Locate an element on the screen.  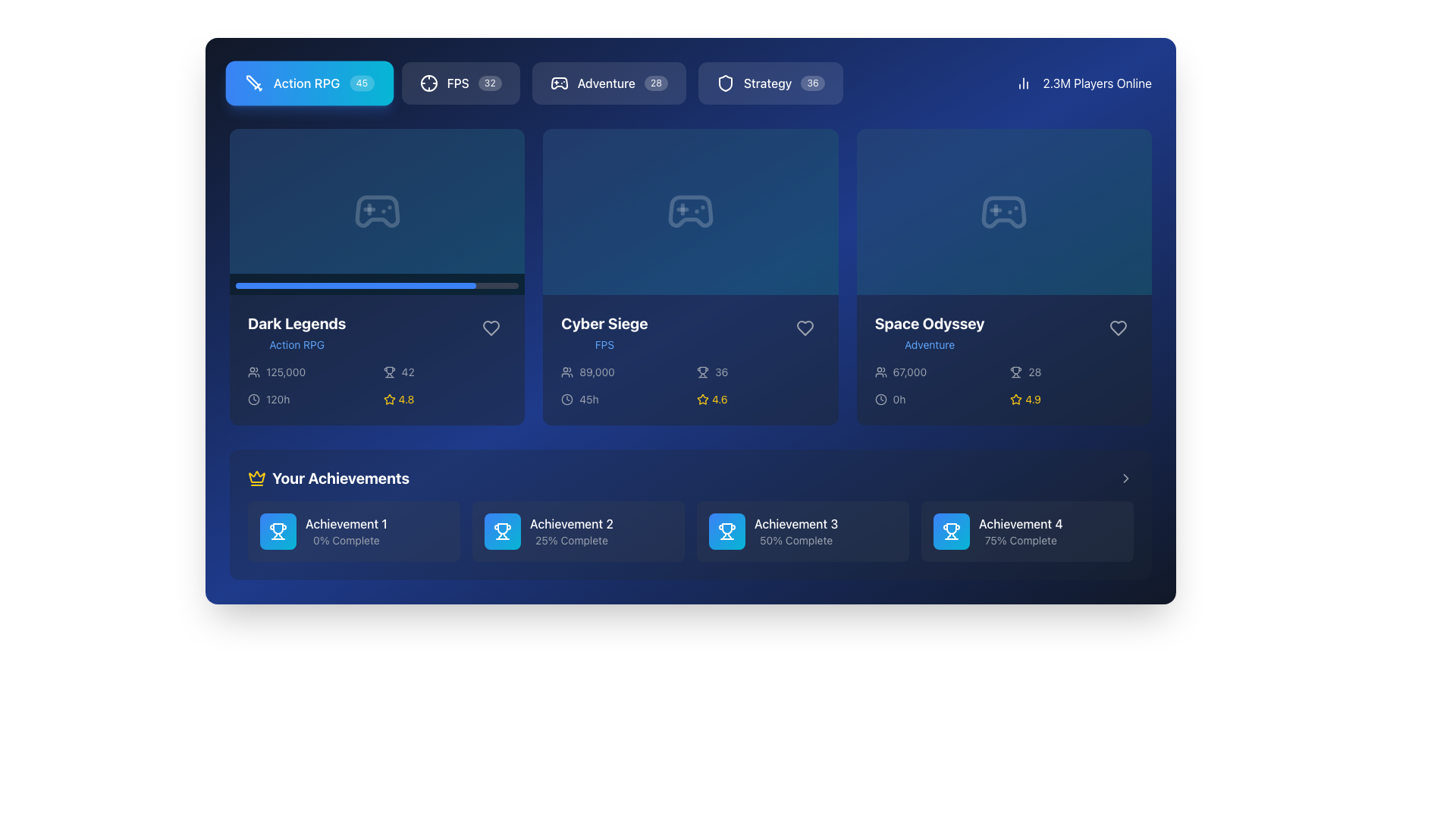
the Rating Star icon located in the lower section of the 'Dark Legends' card, which is directly to the left of the rating value '4.8' is located at coordinates (389, 398).